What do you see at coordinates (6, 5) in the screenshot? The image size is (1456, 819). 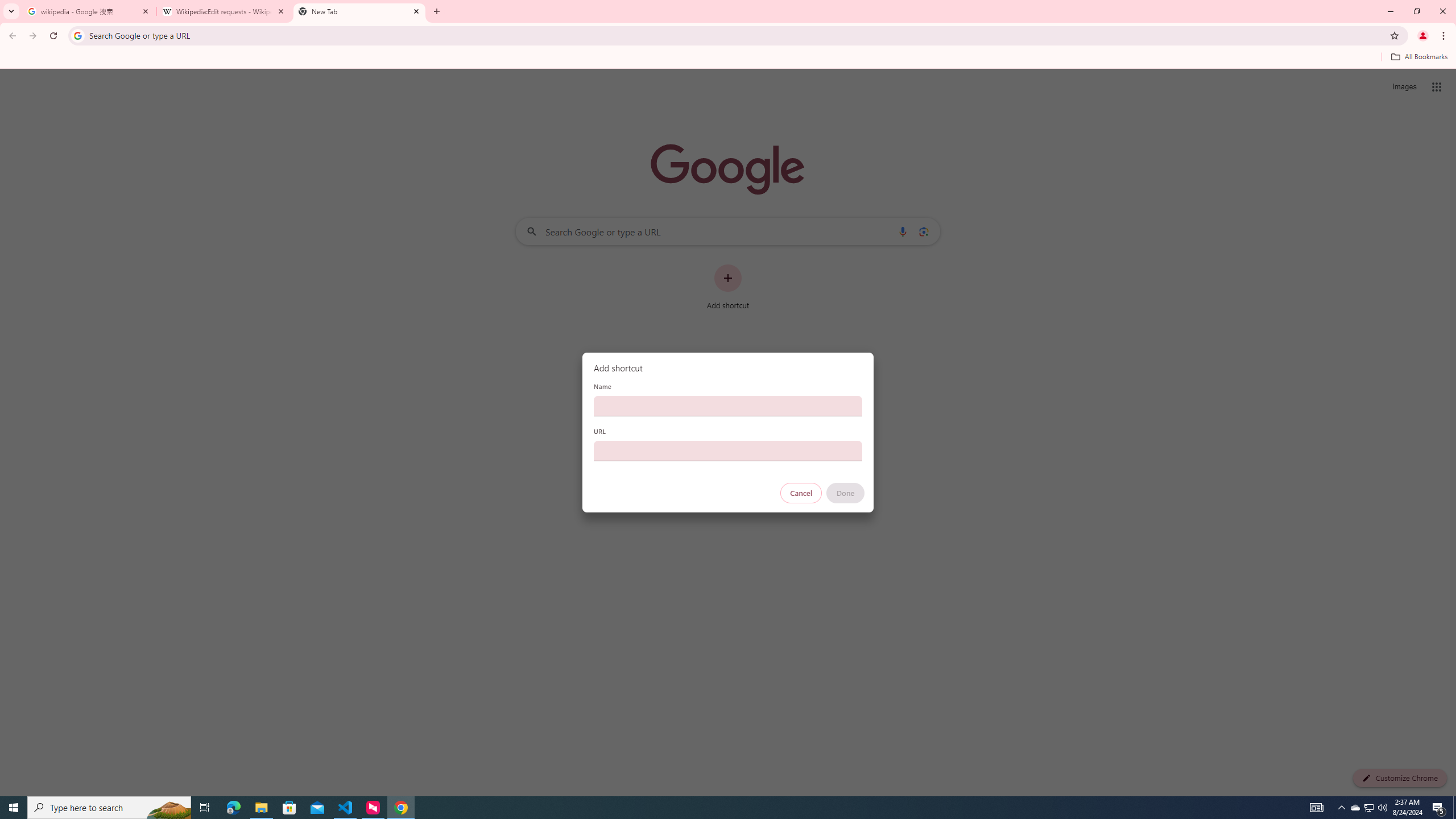 I see `'System'` at bounding box center [6, 5].